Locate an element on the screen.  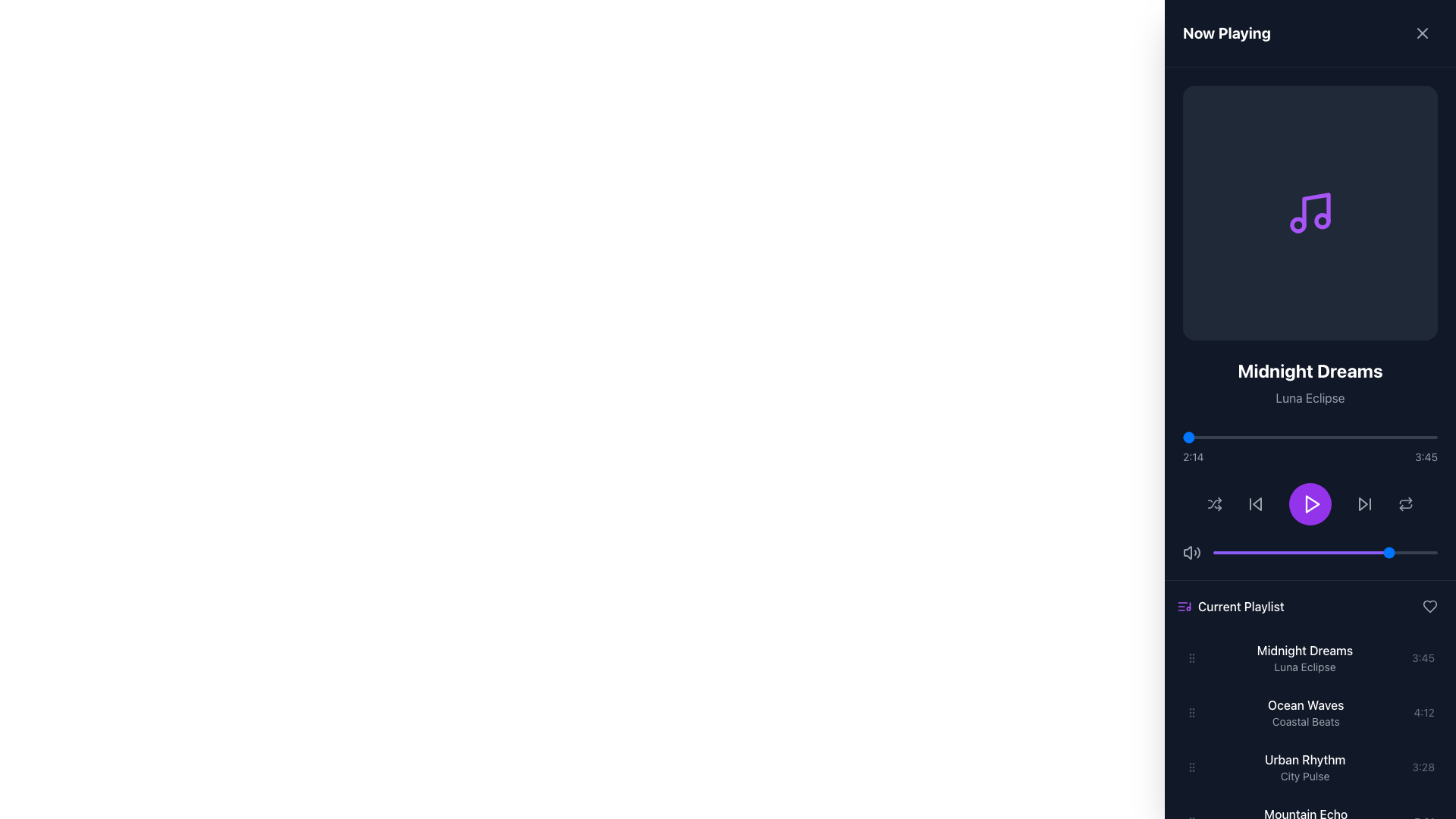
the slider value is located at coordinates (1345, 553).